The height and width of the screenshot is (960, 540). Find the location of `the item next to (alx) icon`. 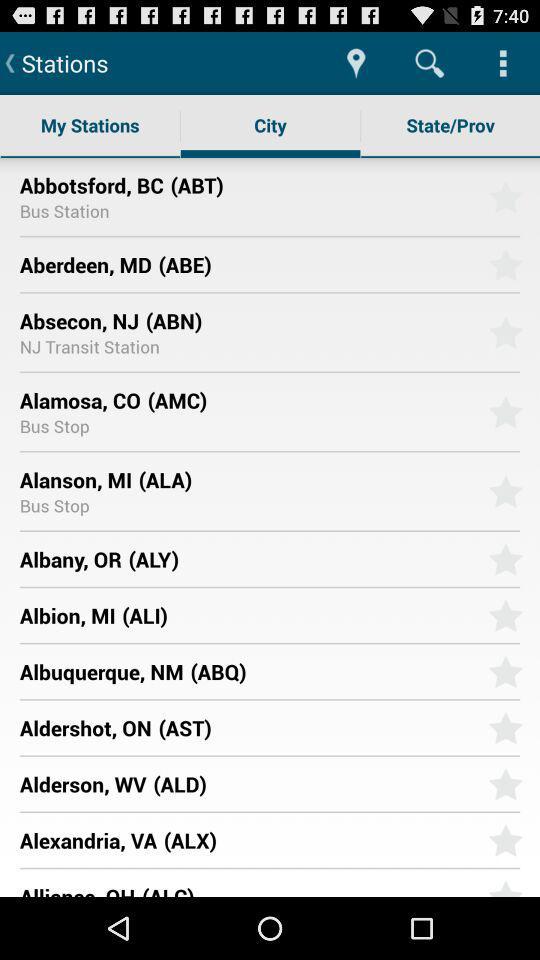

the item next to (alx) icon is located at coordinates (87, 840).